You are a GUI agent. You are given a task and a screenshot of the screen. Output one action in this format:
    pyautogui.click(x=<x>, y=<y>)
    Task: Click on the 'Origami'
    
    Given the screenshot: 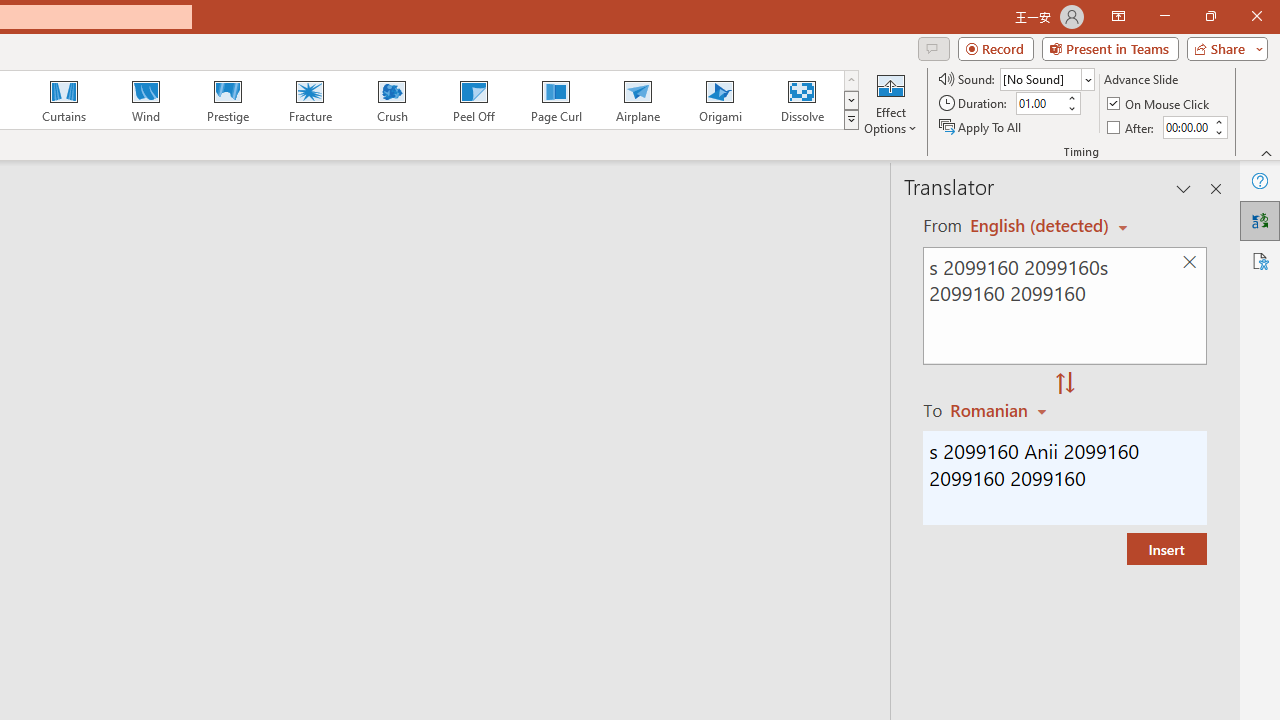 What is the action you would take?
    pyautogui.click(x=720, y=100)
    